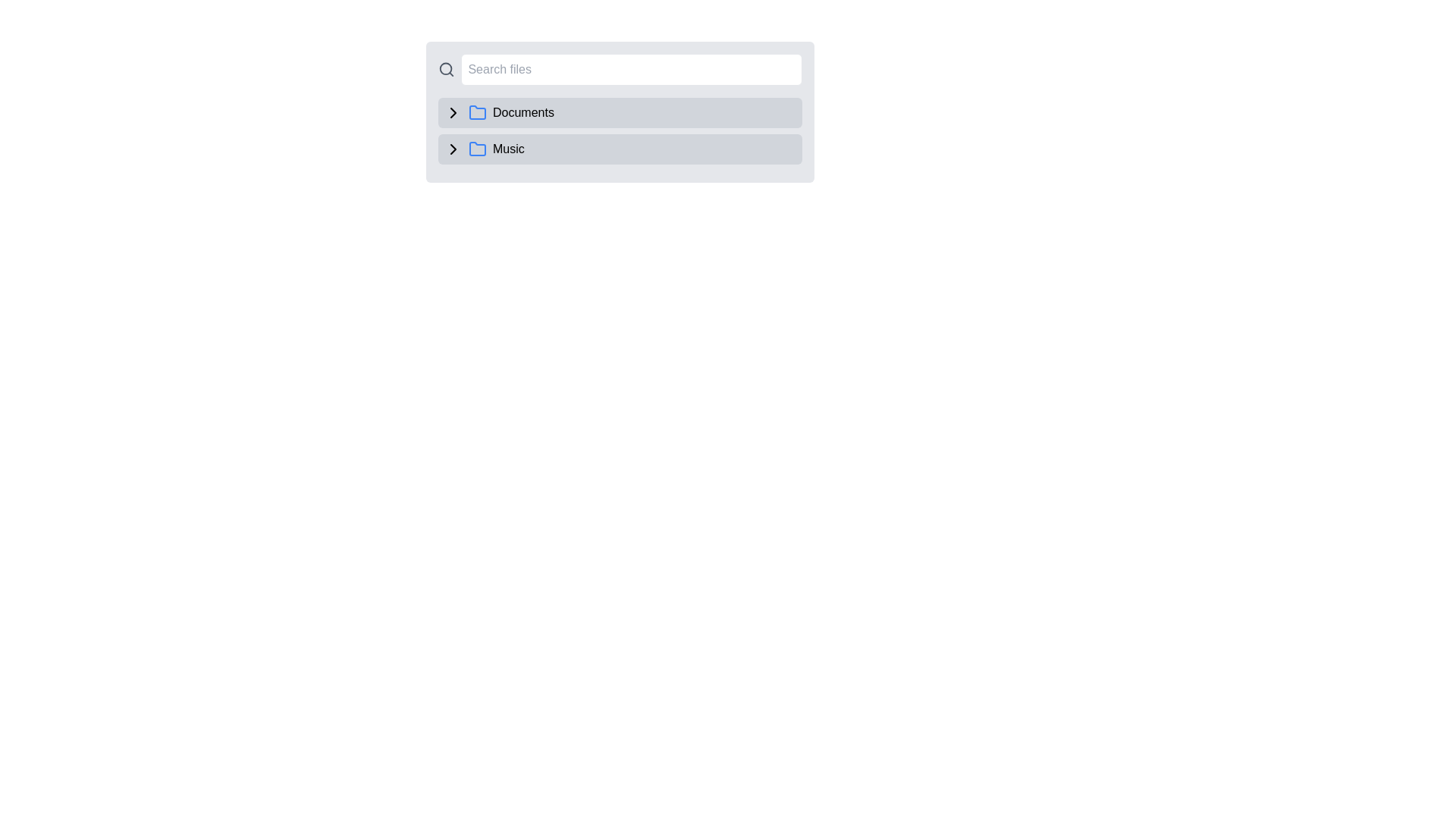  What do you see at coordinates (453, 149) in the screenshot?
I see `the chevron icon next to the 'Music' label` at bounding box center [453, 149].